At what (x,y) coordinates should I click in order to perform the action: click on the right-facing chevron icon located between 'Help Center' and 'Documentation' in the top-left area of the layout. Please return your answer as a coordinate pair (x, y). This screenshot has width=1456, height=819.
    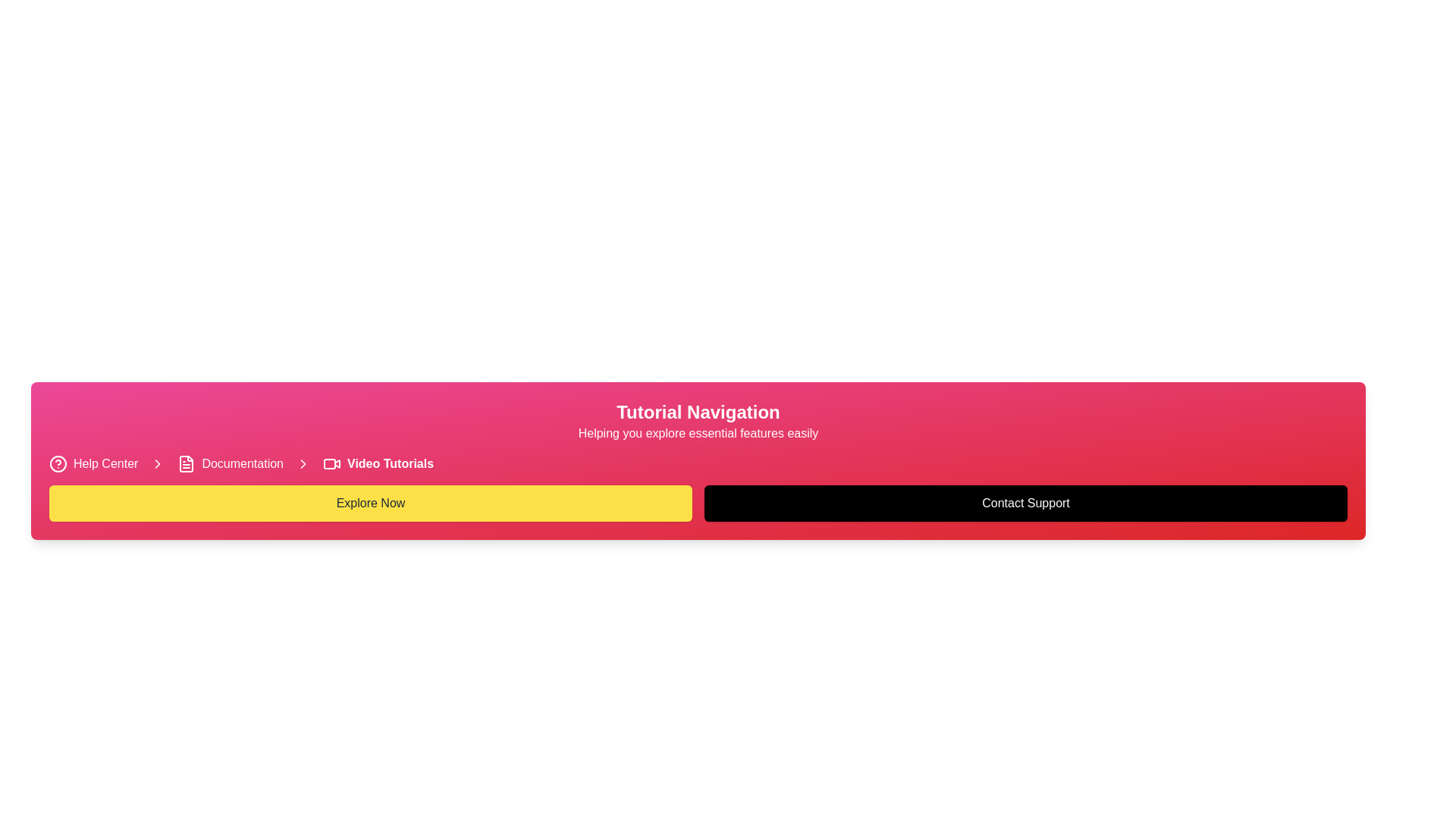
    Looking at the image, I should click on (303, 463).